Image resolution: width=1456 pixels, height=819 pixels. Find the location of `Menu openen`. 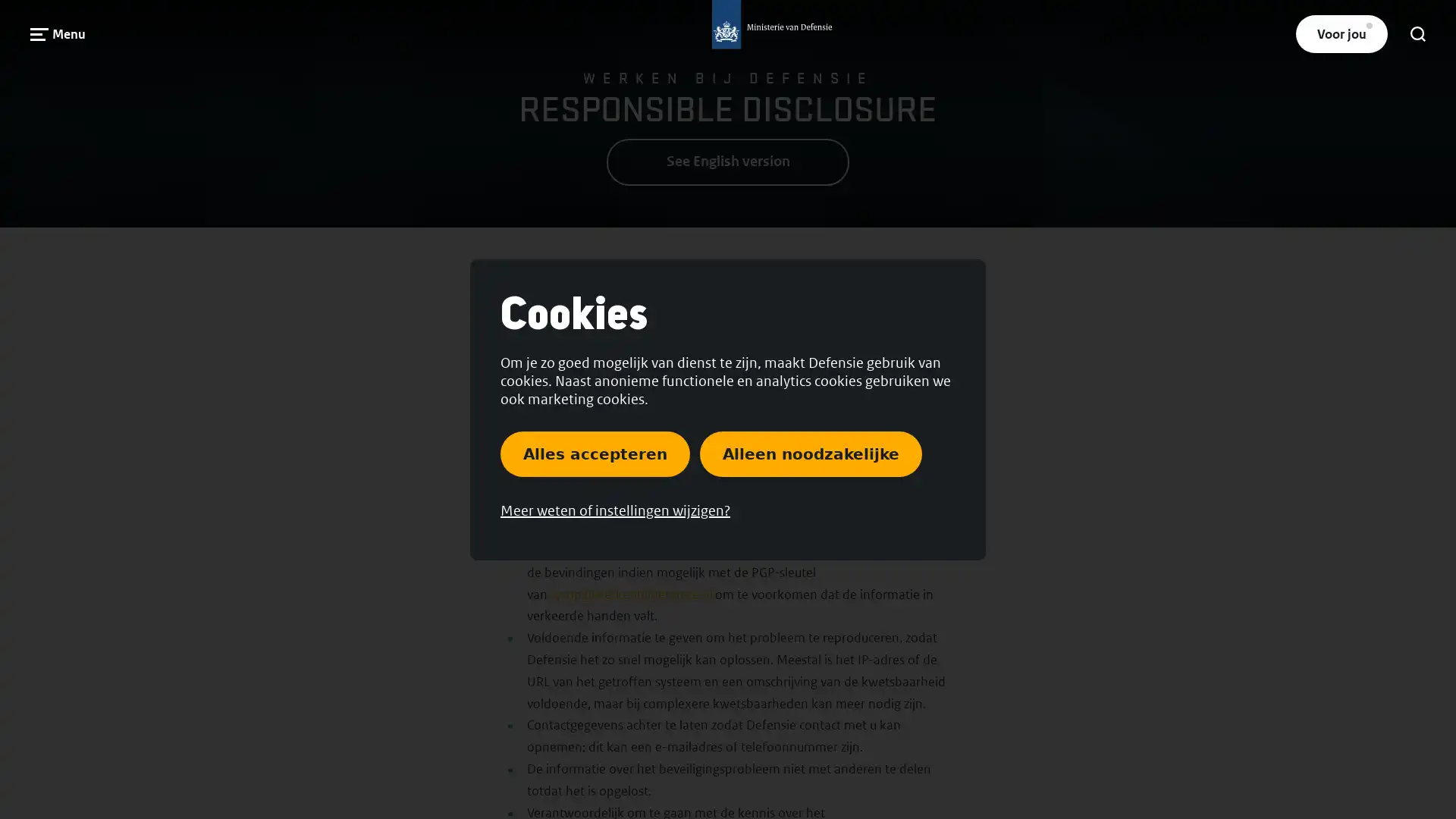

Menu openen is located at coordinates (58, 33).